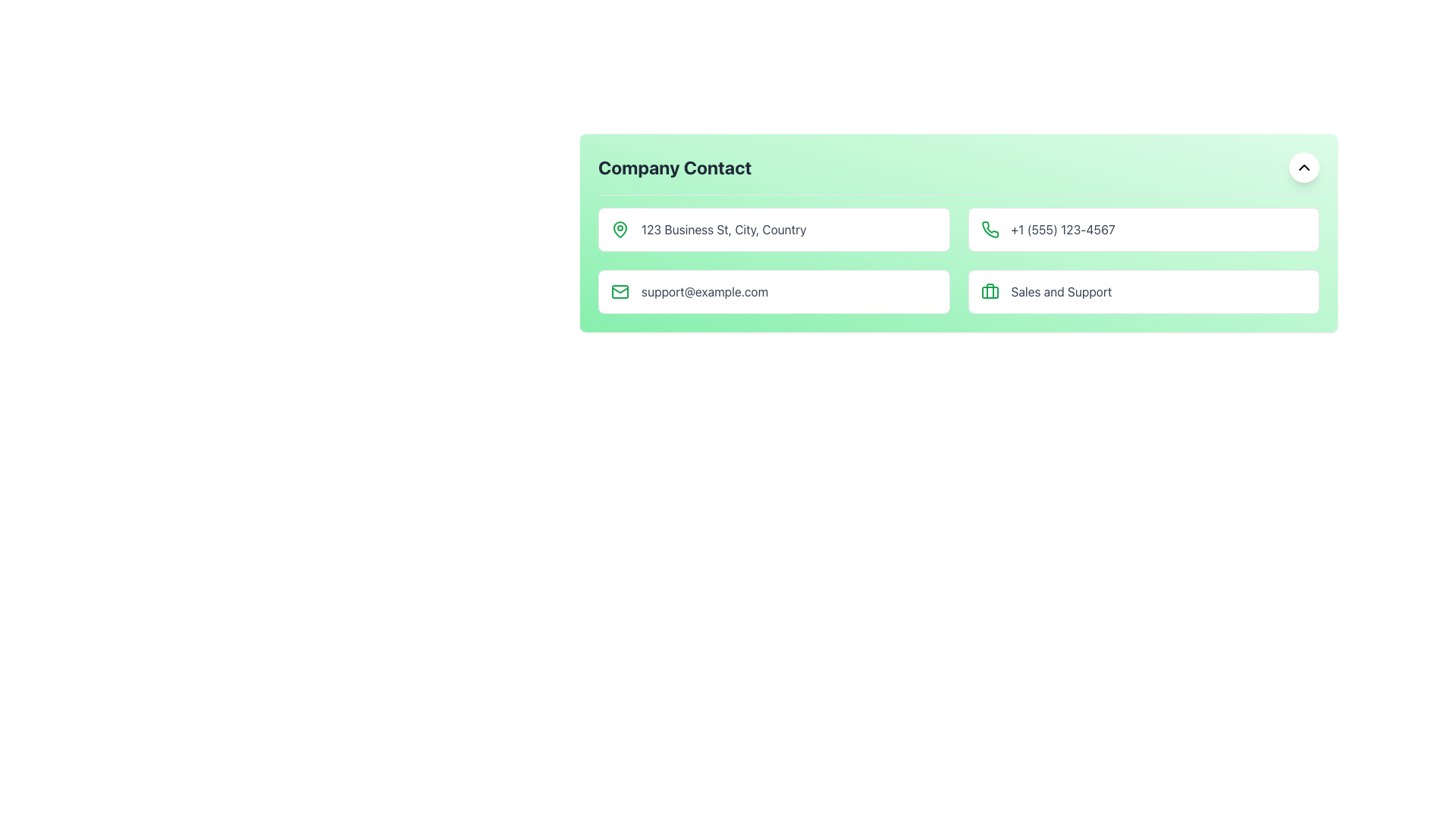 This screenshot has width=1456, height=819. What do you see at coordinates (723, 230) in the screenshot?
I see `the Text Label displaying the address of the business located in the 'Company Contact' section, which is positioned to the right of the green map pin icon` at bounding box center [723, 230].